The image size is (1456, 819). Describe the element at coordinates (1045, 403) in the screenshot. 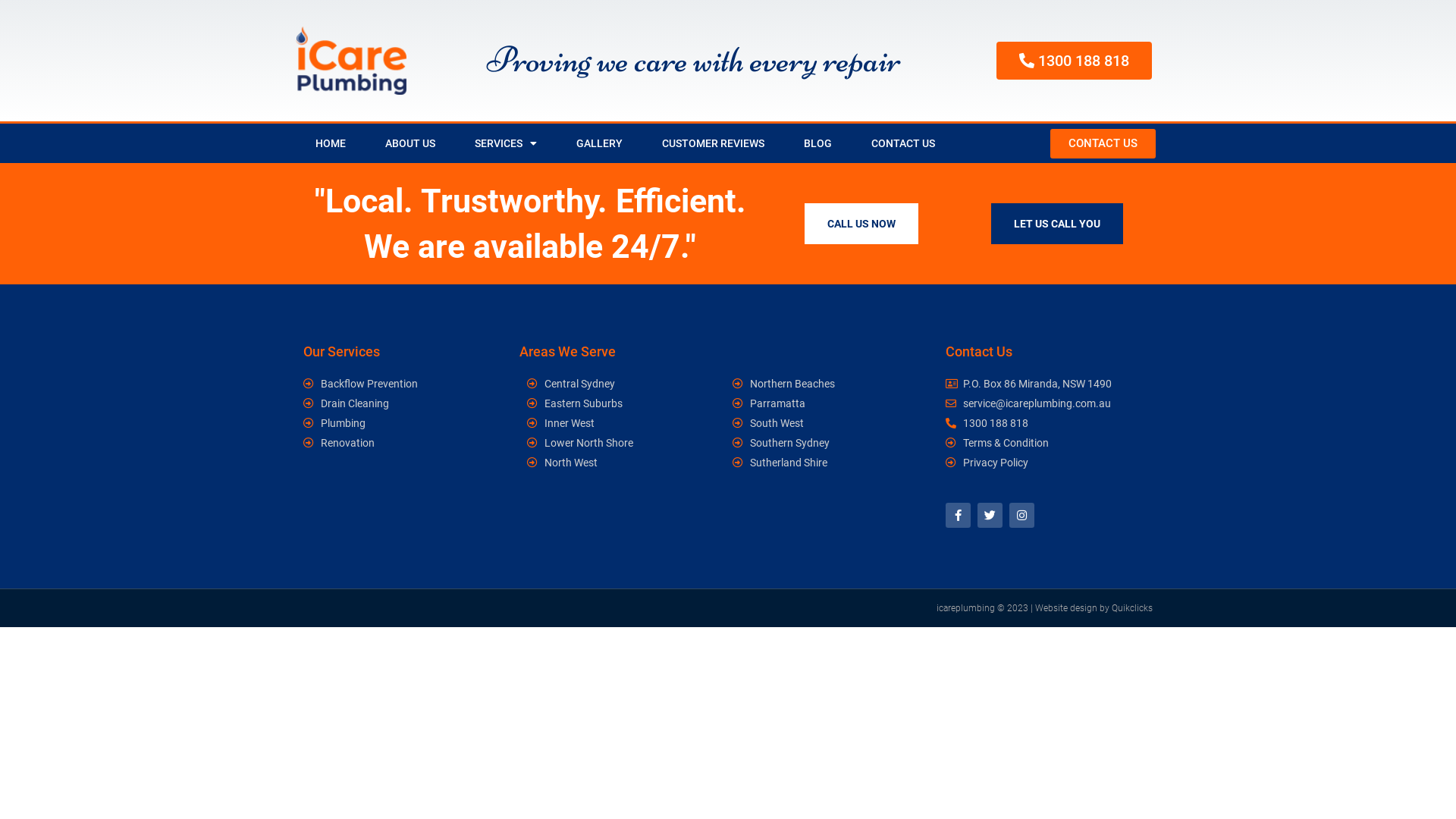

I see `'service@icareplumbing.com.au'` at that location.